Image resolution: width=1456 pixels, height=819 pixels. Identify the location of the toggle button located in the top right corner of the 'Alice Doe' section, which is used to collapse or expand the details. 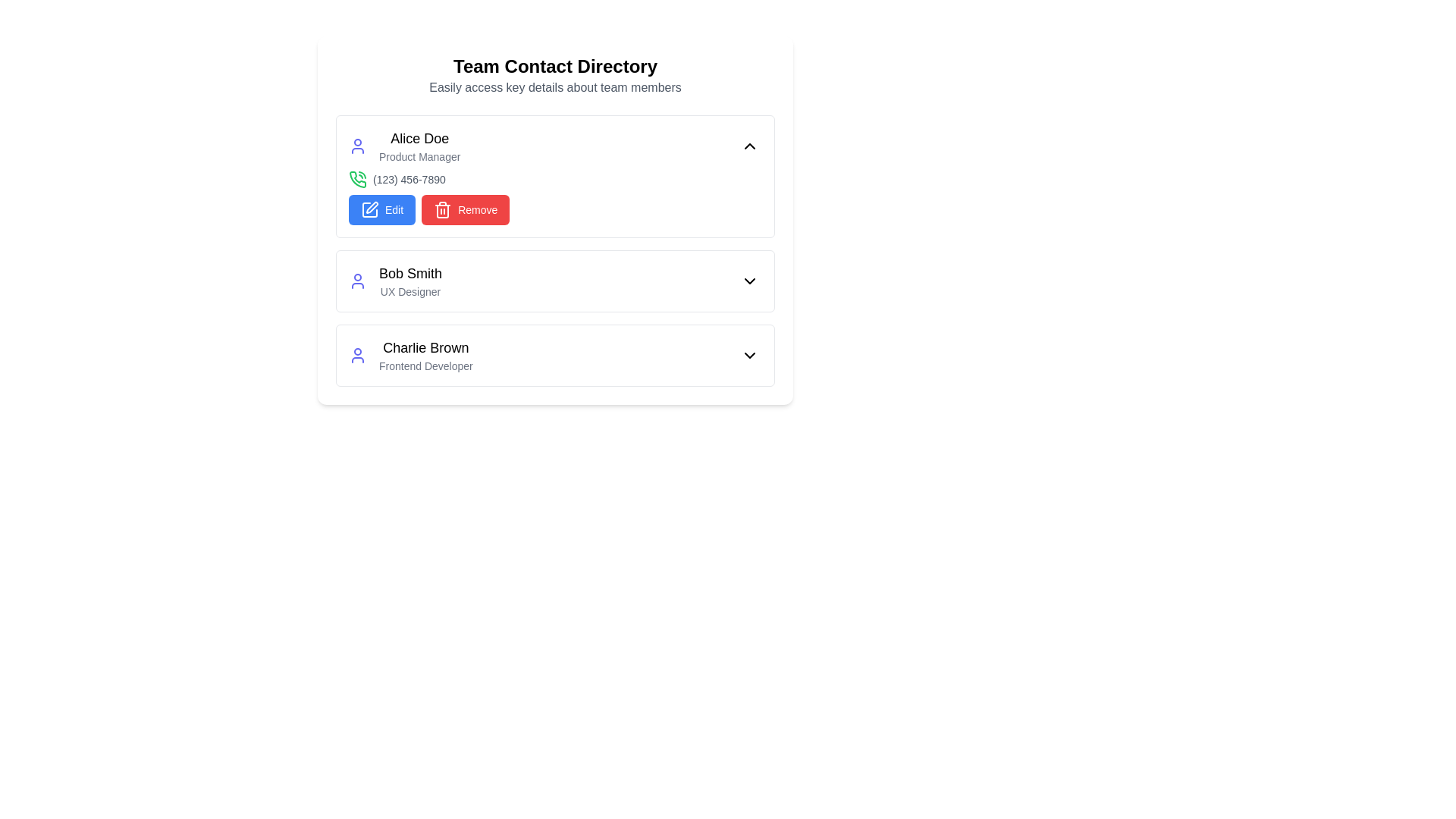
(749, 146).